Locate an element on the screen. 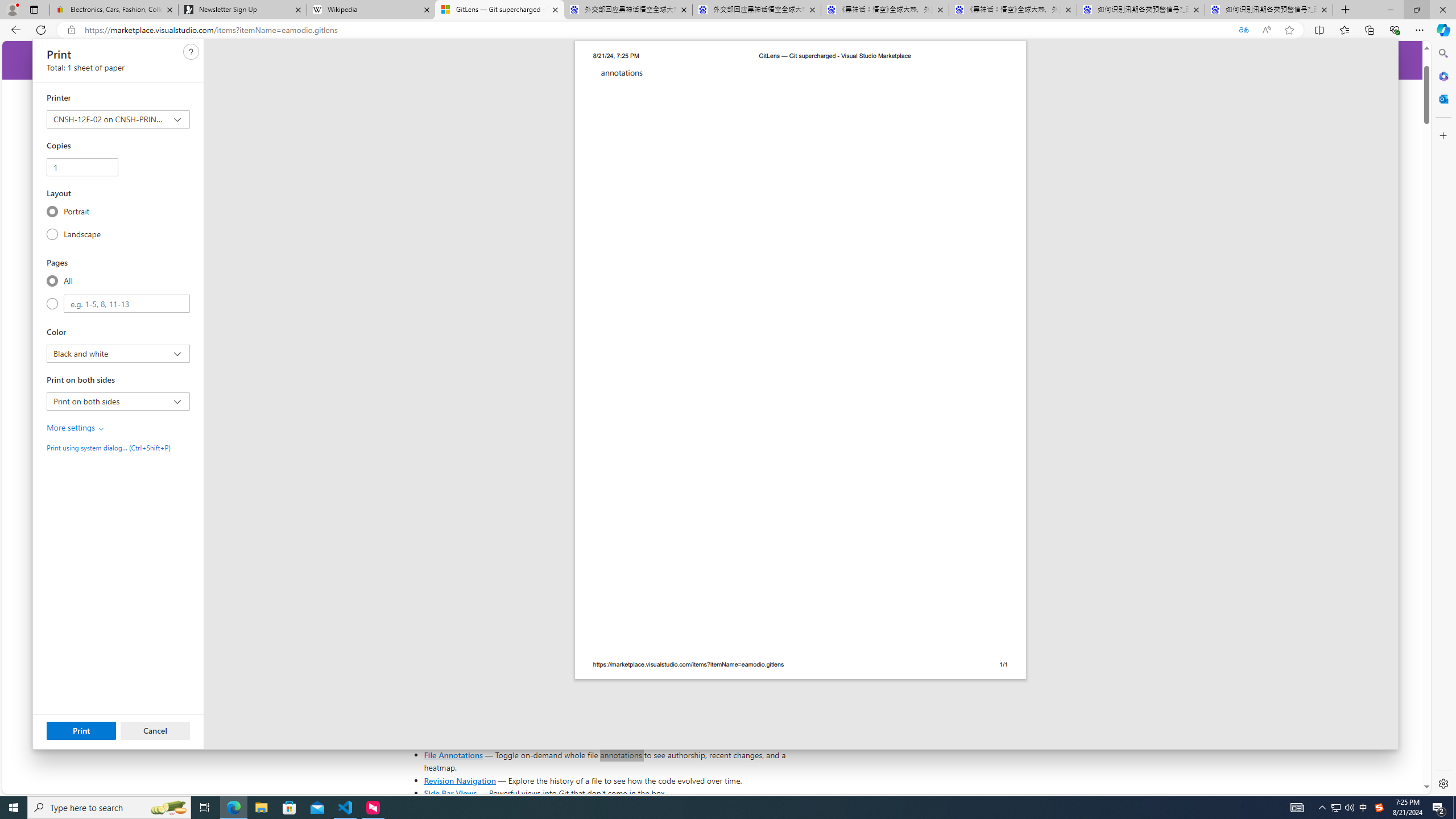 The image size is (1456, 819). 'Custom' is located at coordinates (126, 303).